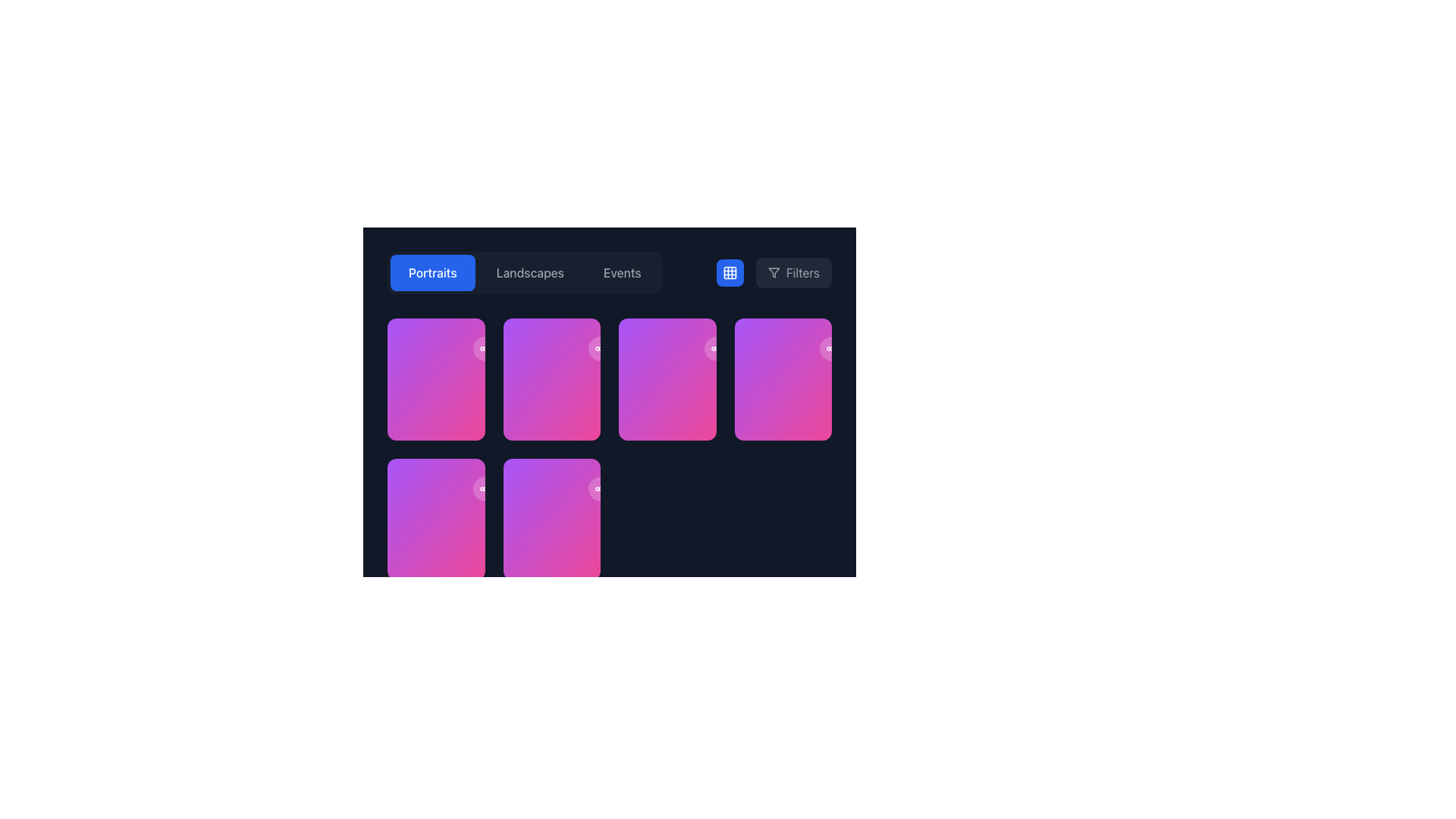  I want to click on the 'Filters' button, which features a funnel icon and is styled with a dark background and light text, so click(773, 271).